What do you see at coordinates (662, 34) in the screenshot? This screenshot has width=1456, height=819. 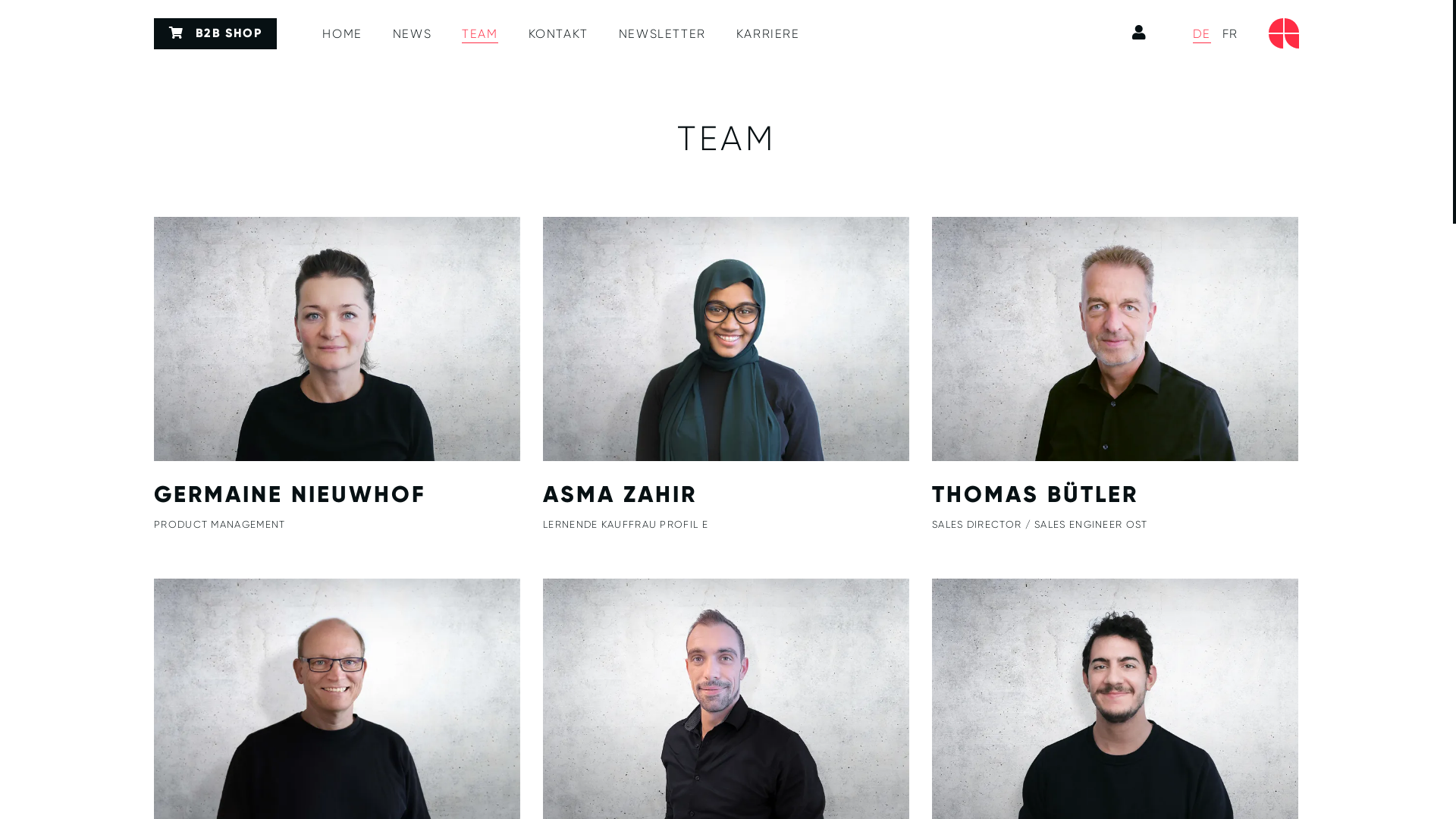 I see `'NEWSLETTER'` at bounding box center [662, 34].